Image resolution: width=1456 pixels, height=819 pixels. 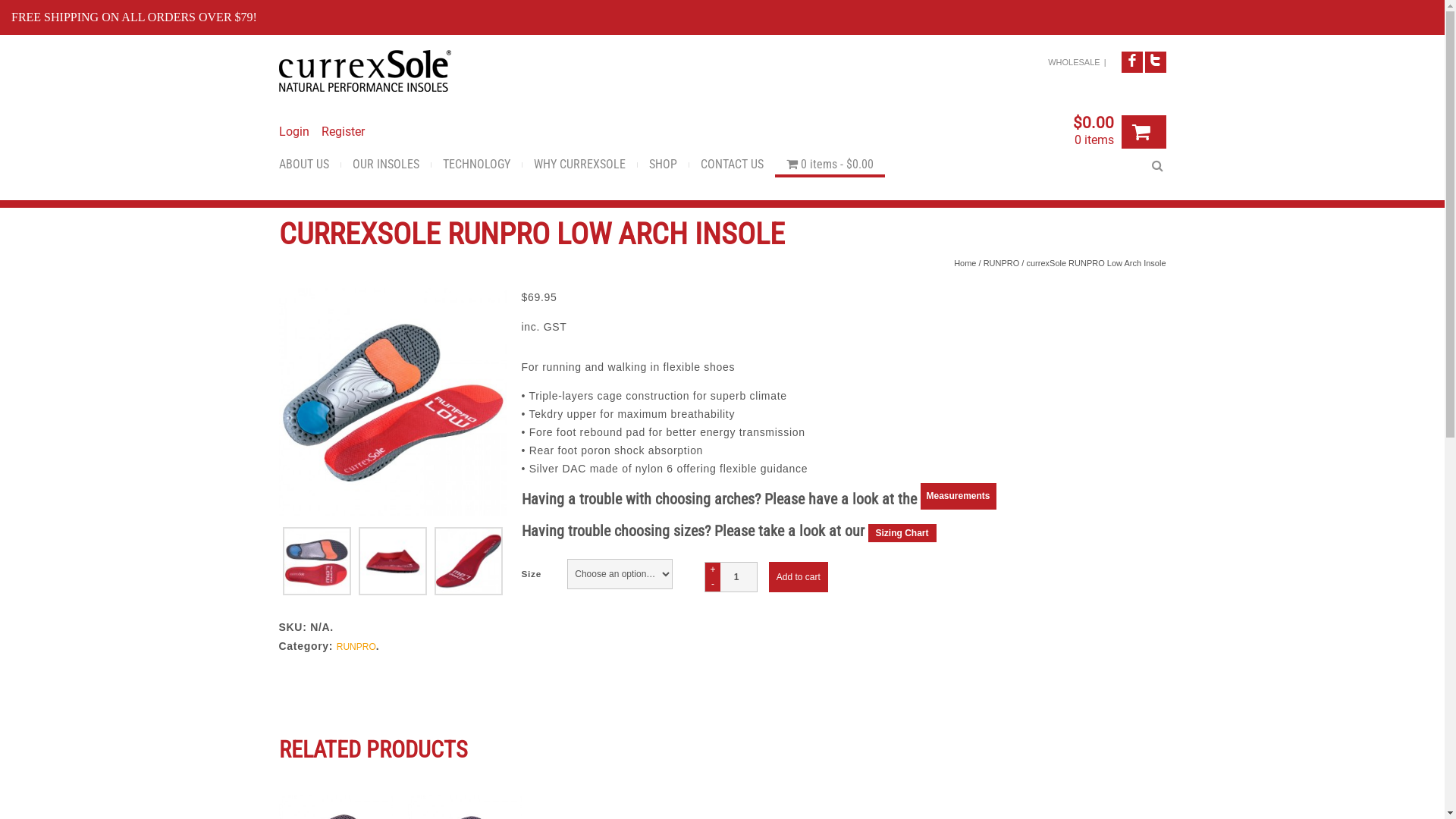 I want to click on 'Sizing Chart', so click(x=902, y=532).